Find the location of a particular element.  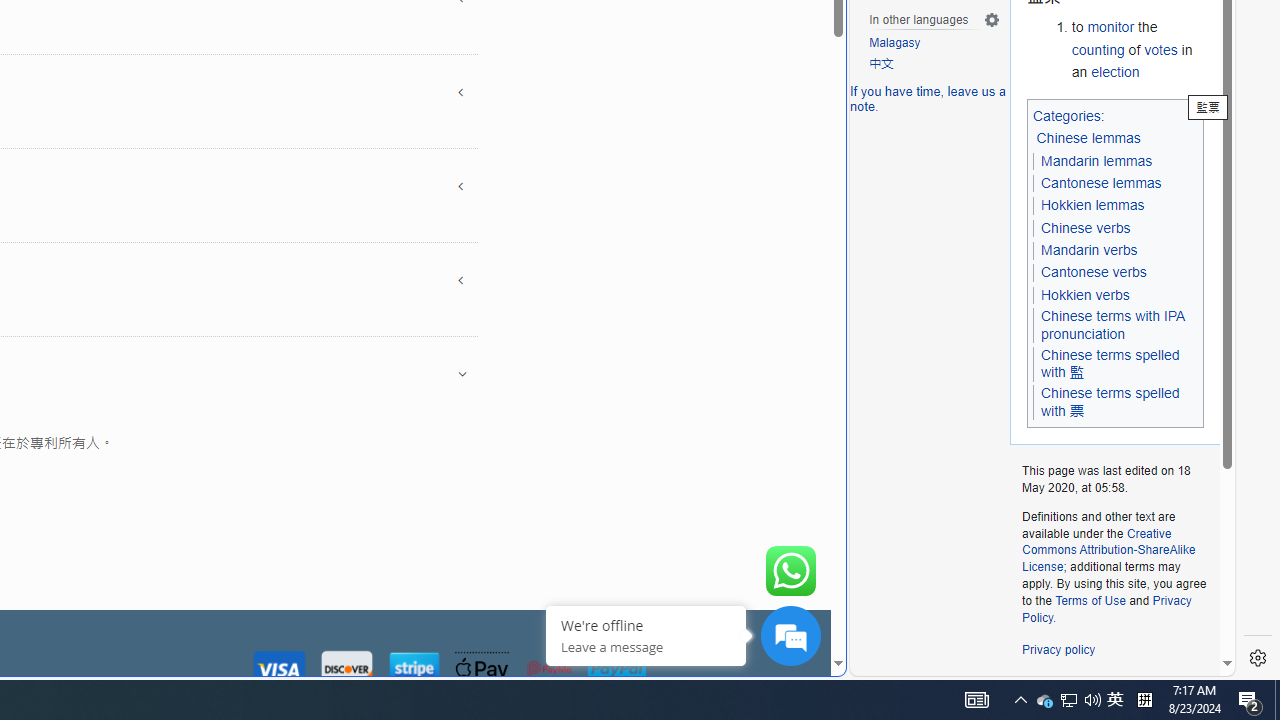

'Hokkien lemmas' is located at coordinates (1092, 205).